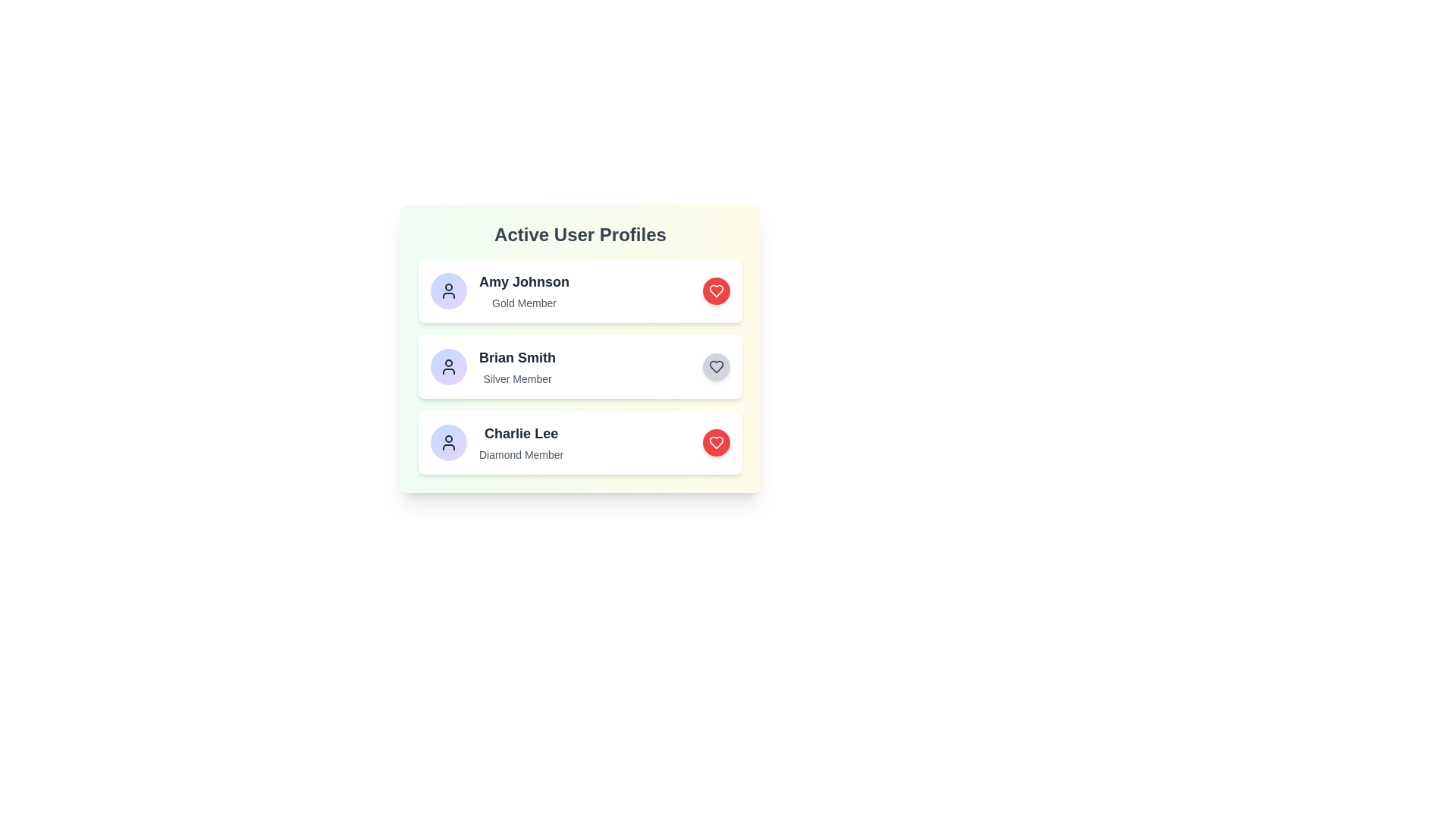 The width and height of the screenshot is (1456, 819). What do you see at coordinates (447, 291) in the screenshot?
I see `the User Profile Icon, which is part of the top user profile card, located in the left section adjacent to the user's name and membership information` at bounding box center [447, 291].